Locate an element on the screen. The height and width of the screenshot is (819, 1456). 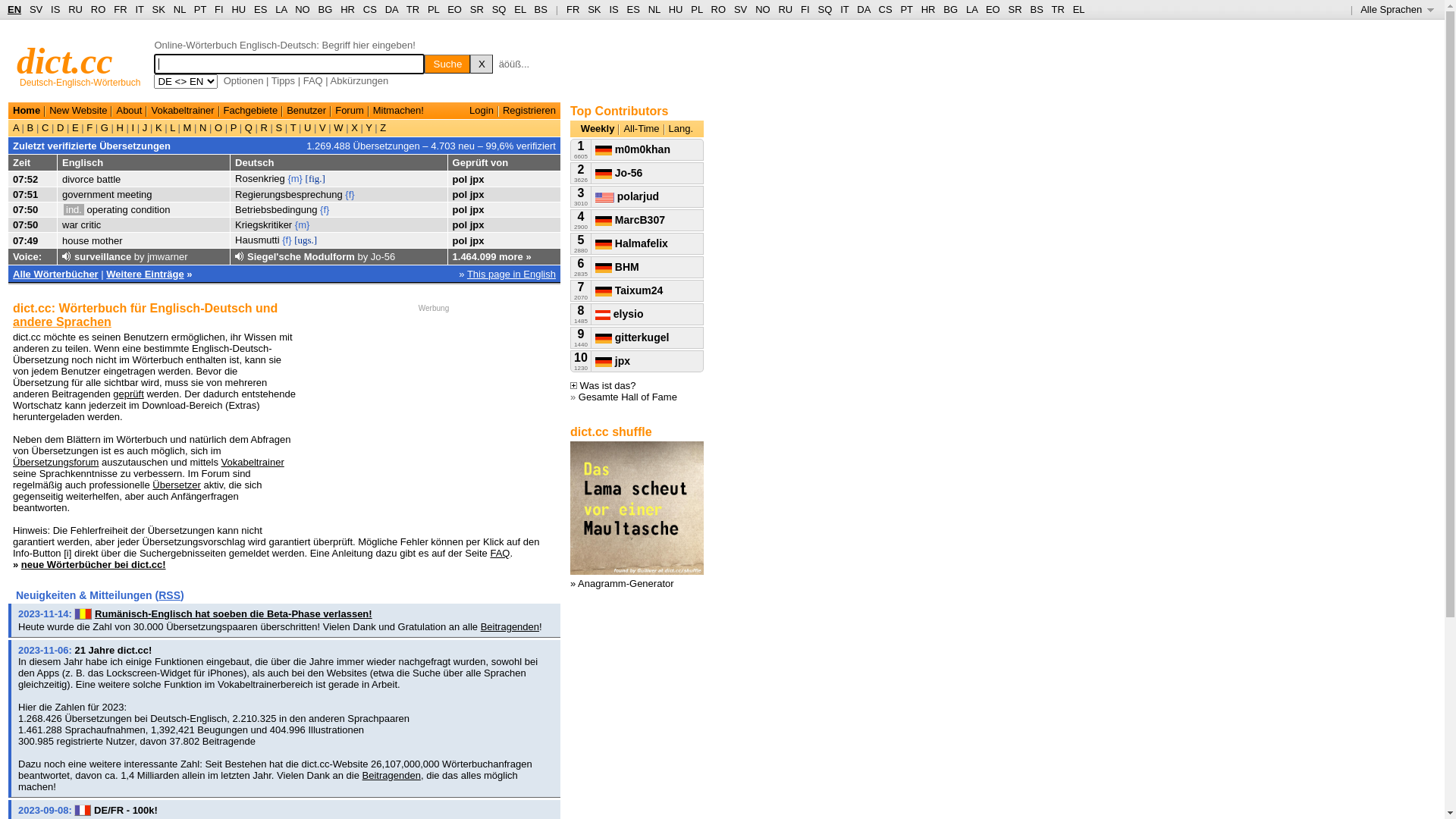
'Forum' is located at coordinates (348, 109).